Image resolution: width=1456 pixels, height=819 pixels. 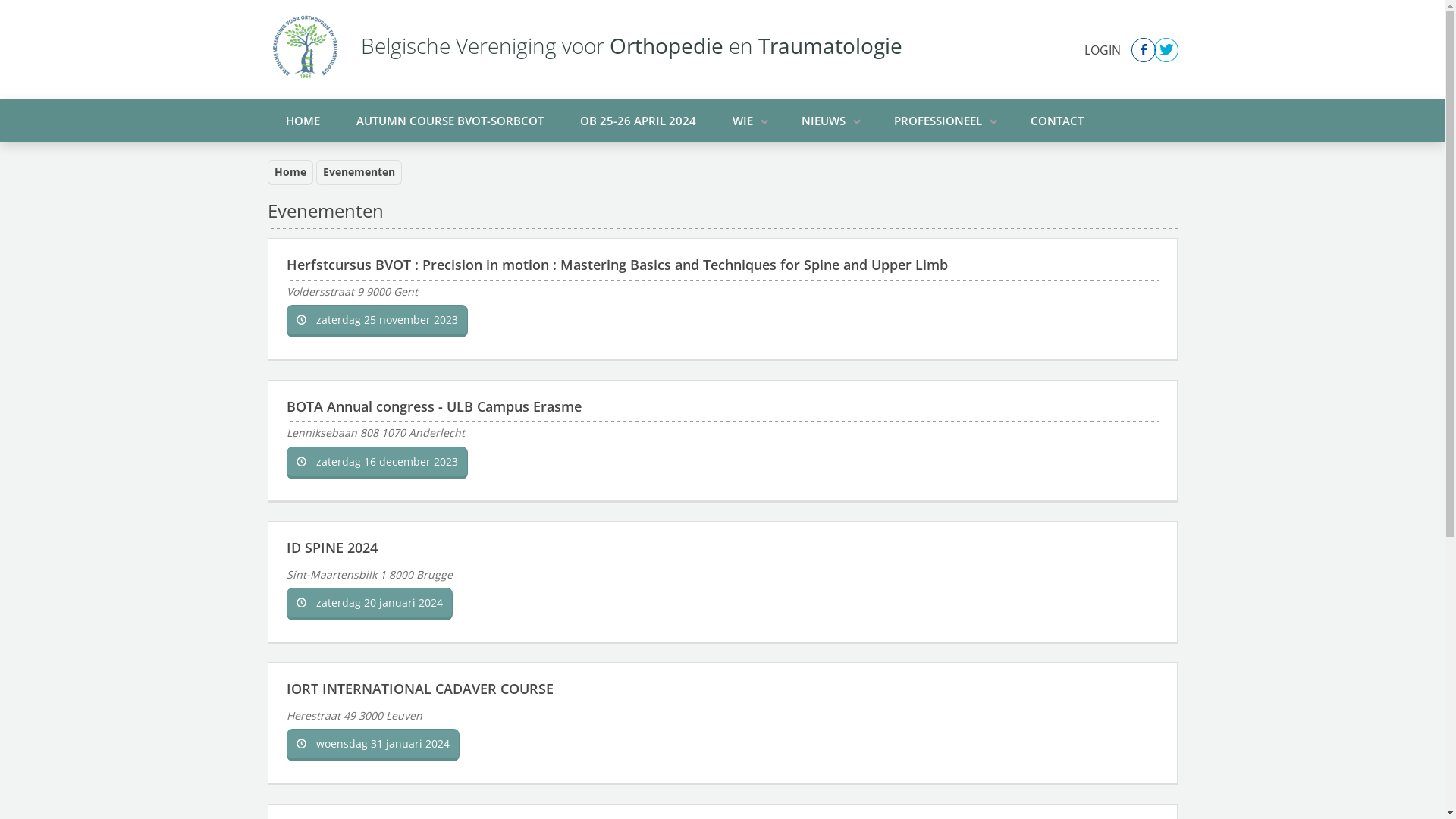 I want to click on 'OB 25-26 APRIL 2024', so click(x=637, y=119).